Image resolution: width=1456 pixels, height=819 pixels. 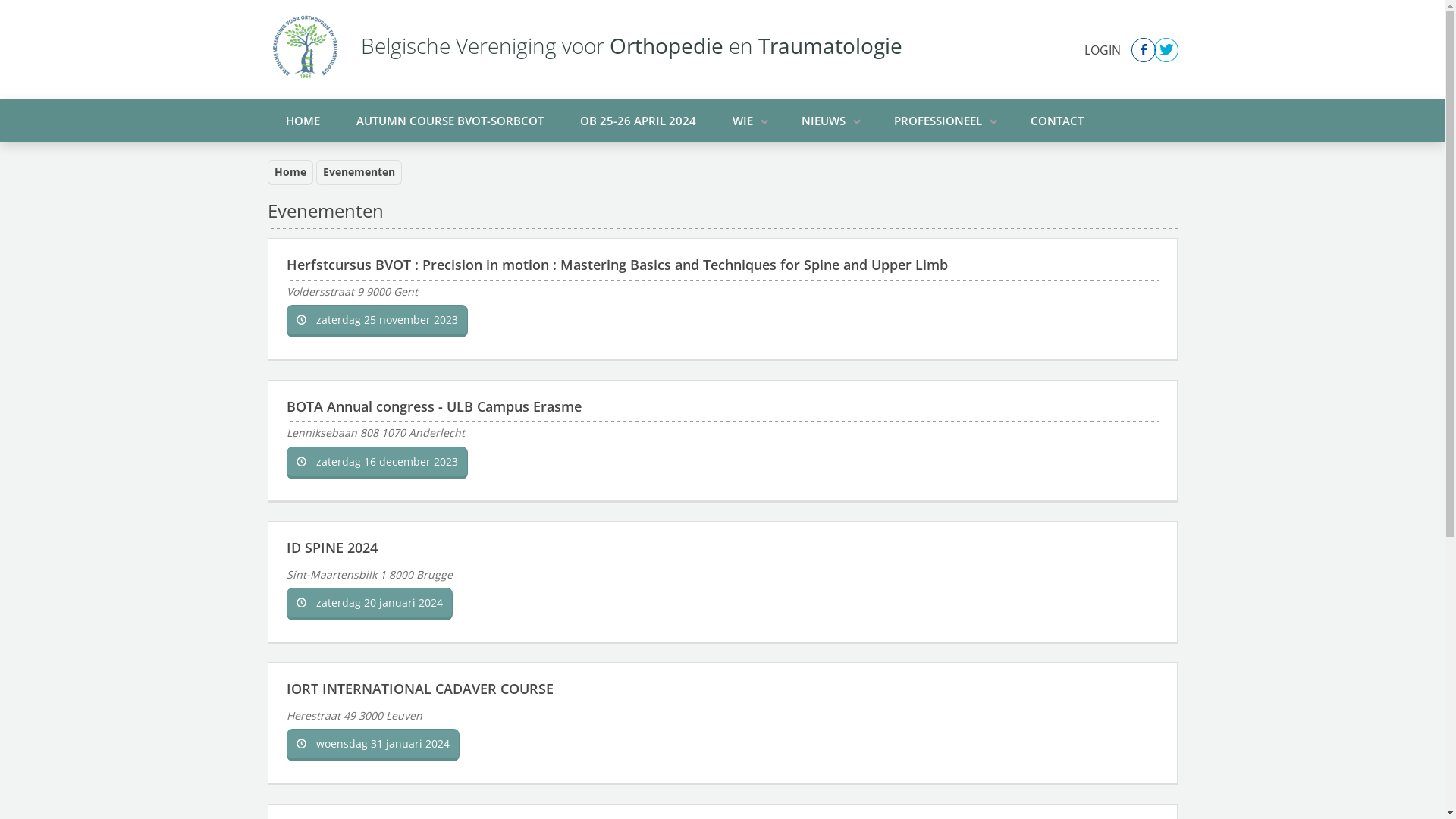 I want to click on 'OB 25-26 APRIL 2024', so click(x=637, y=119).